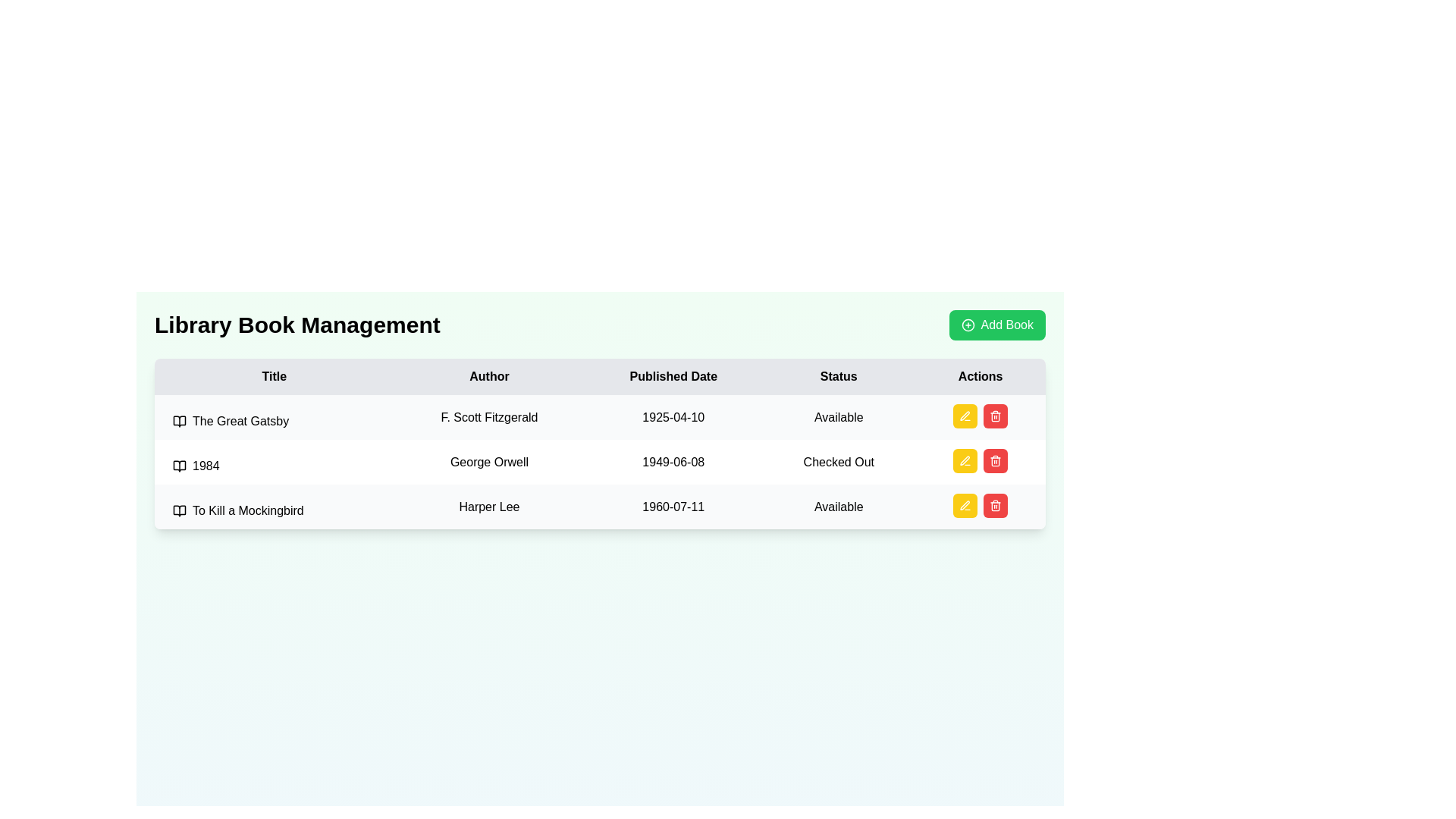 This screenshot has height=819, width=1456. What do you see at coordinates (673, 376) in the screenshot?
I see `the table header element labeled 'Published Date', which is the third column header in the table layout with a light gray background and black text` at bounding box center [673, 376].